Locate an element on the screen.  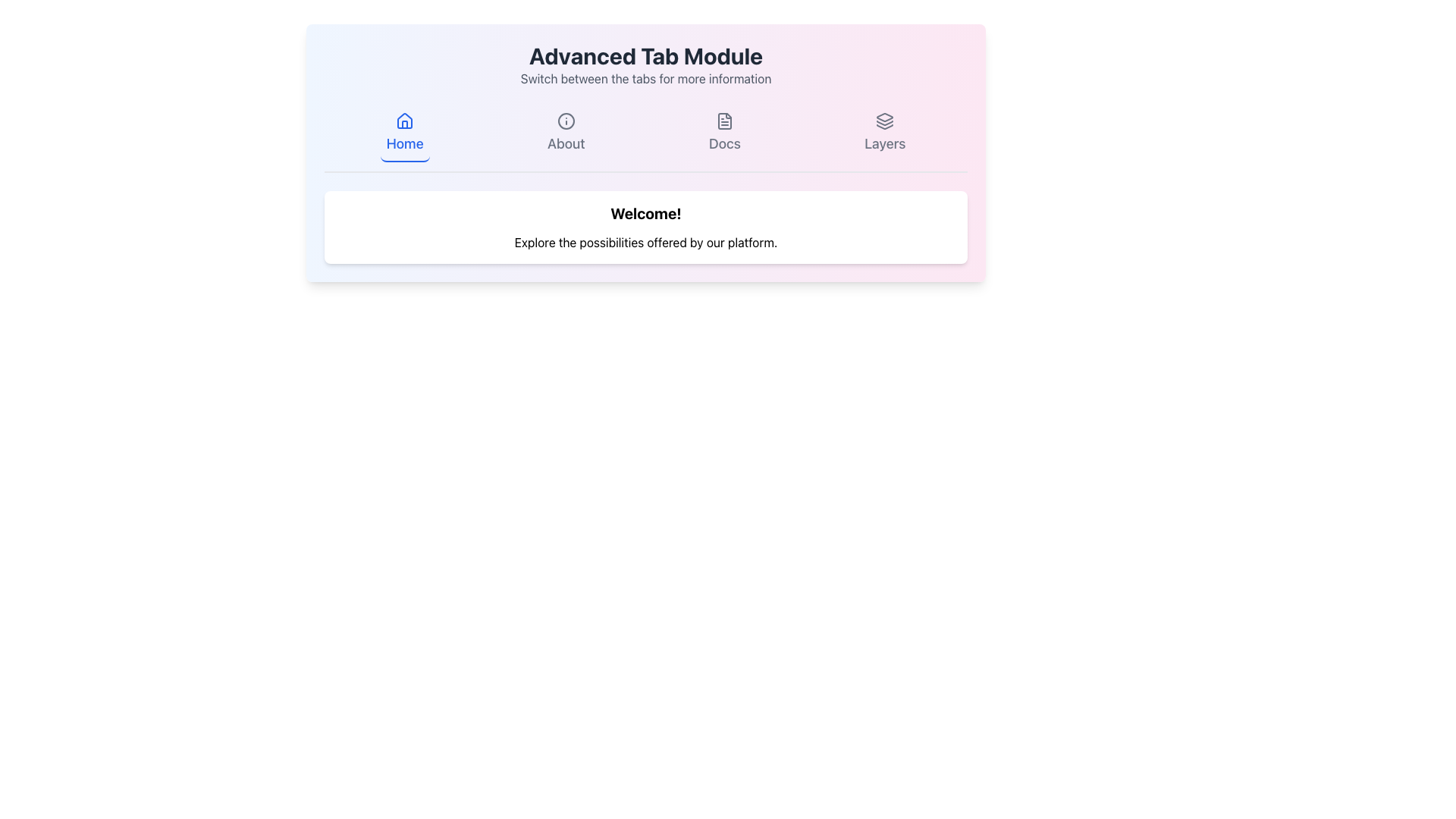
Navigation Bar located directly below the 'Advanced Tab Module' section header for detailed information is located at coordinates (645, 140).